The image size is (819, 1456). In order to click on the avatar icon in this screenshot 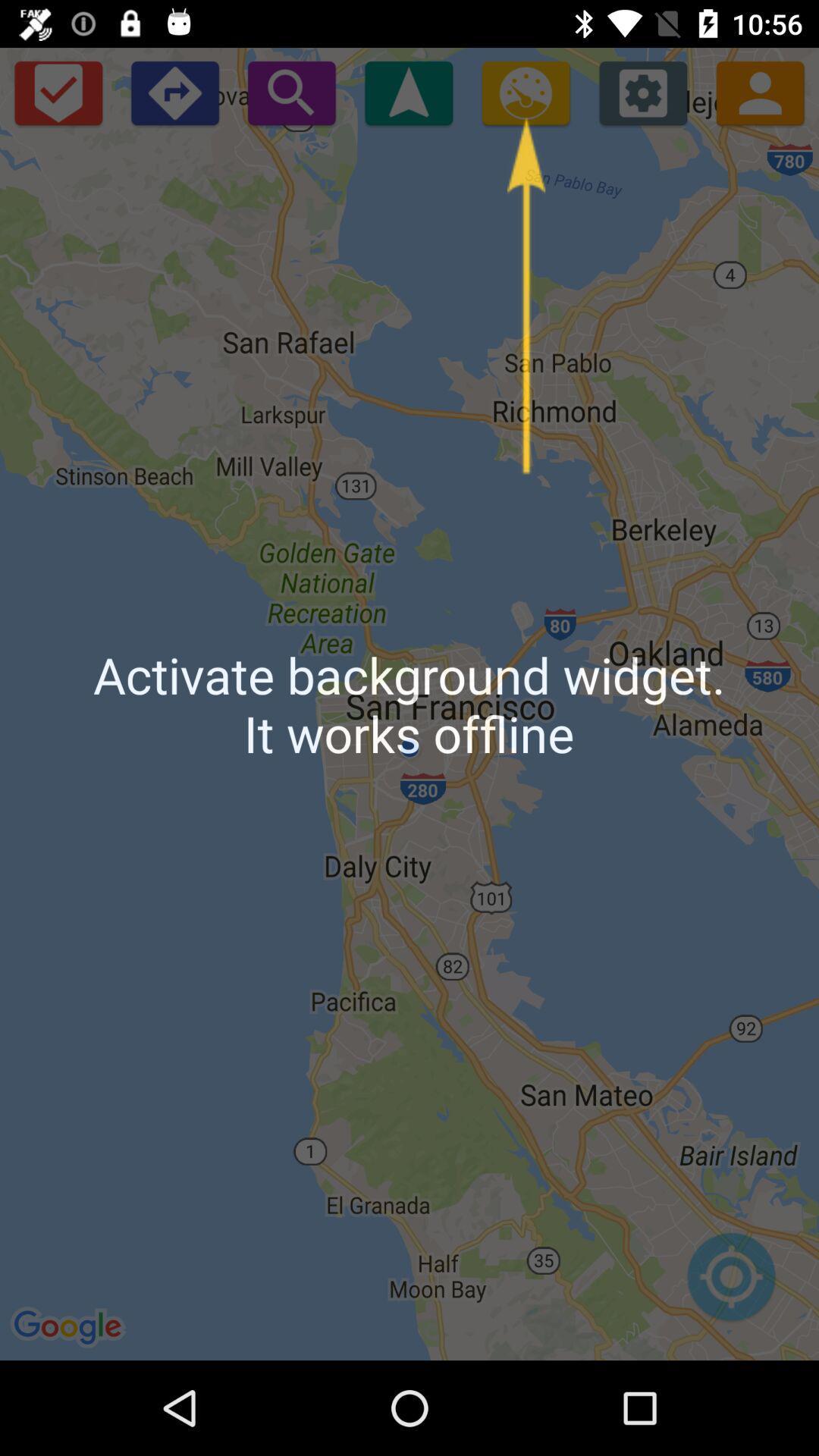, I will do `click(760, 92)`.